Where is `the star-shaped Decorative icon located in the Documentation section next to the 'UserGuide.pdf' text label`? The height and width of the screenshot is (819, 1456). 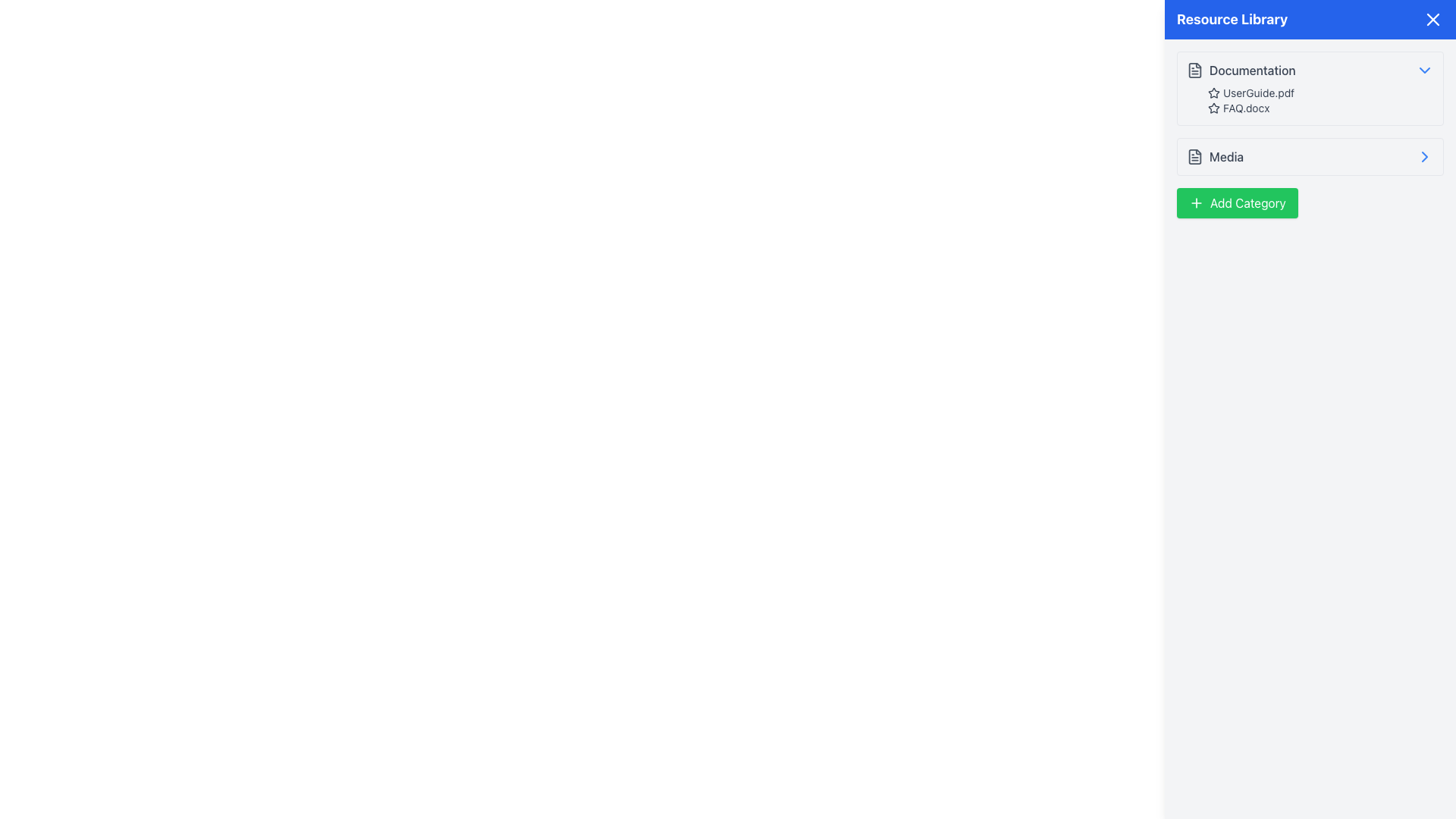
the star-shaped Decorative icon located in the Documentation section next to the 'UserGuide.pdf' text label is located at coordinates (1214, 107).